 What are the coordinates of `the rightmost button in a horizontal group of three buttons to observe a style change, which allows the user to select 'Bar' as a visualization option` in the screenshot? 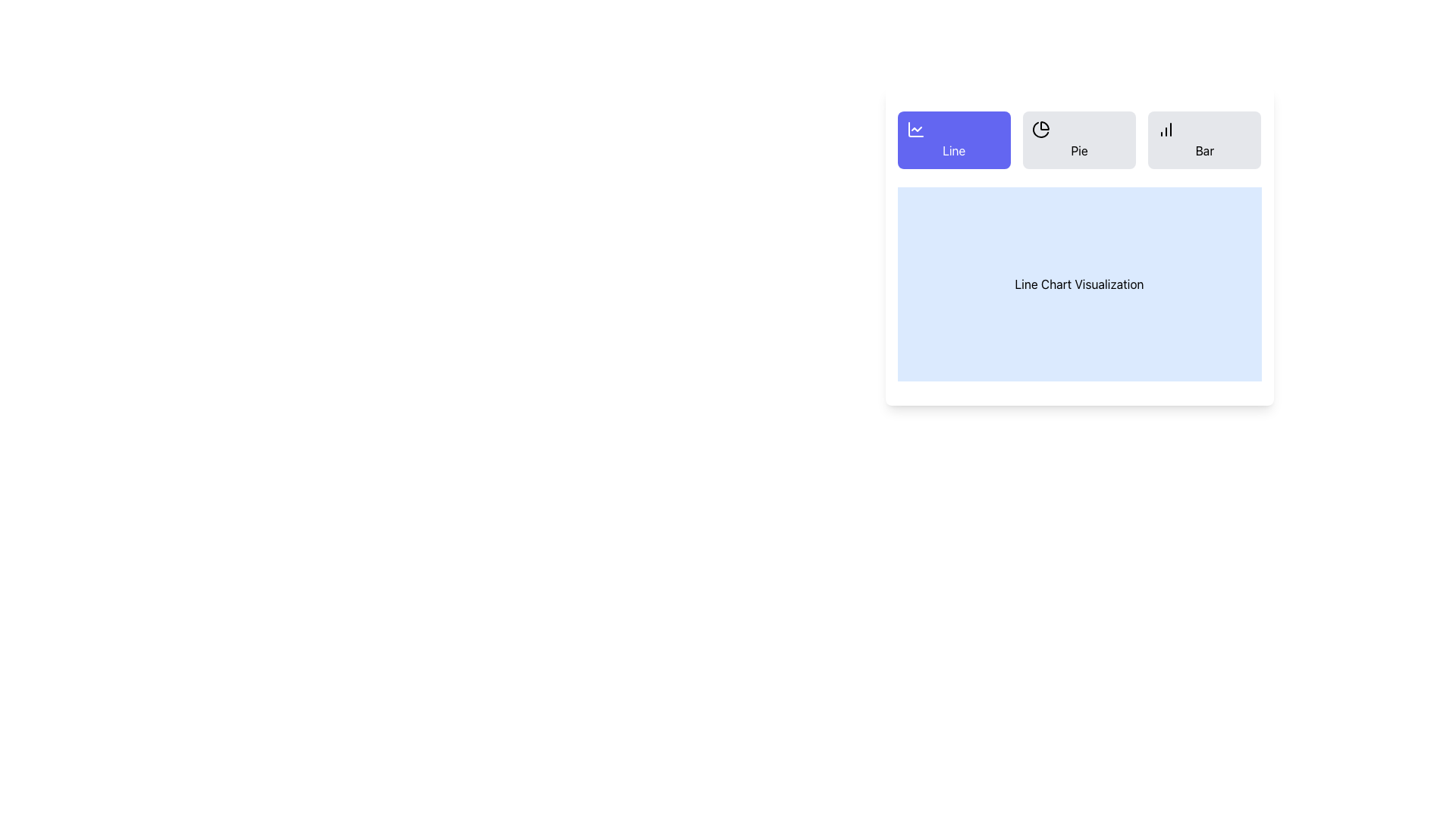 It's located at (1203, 140).